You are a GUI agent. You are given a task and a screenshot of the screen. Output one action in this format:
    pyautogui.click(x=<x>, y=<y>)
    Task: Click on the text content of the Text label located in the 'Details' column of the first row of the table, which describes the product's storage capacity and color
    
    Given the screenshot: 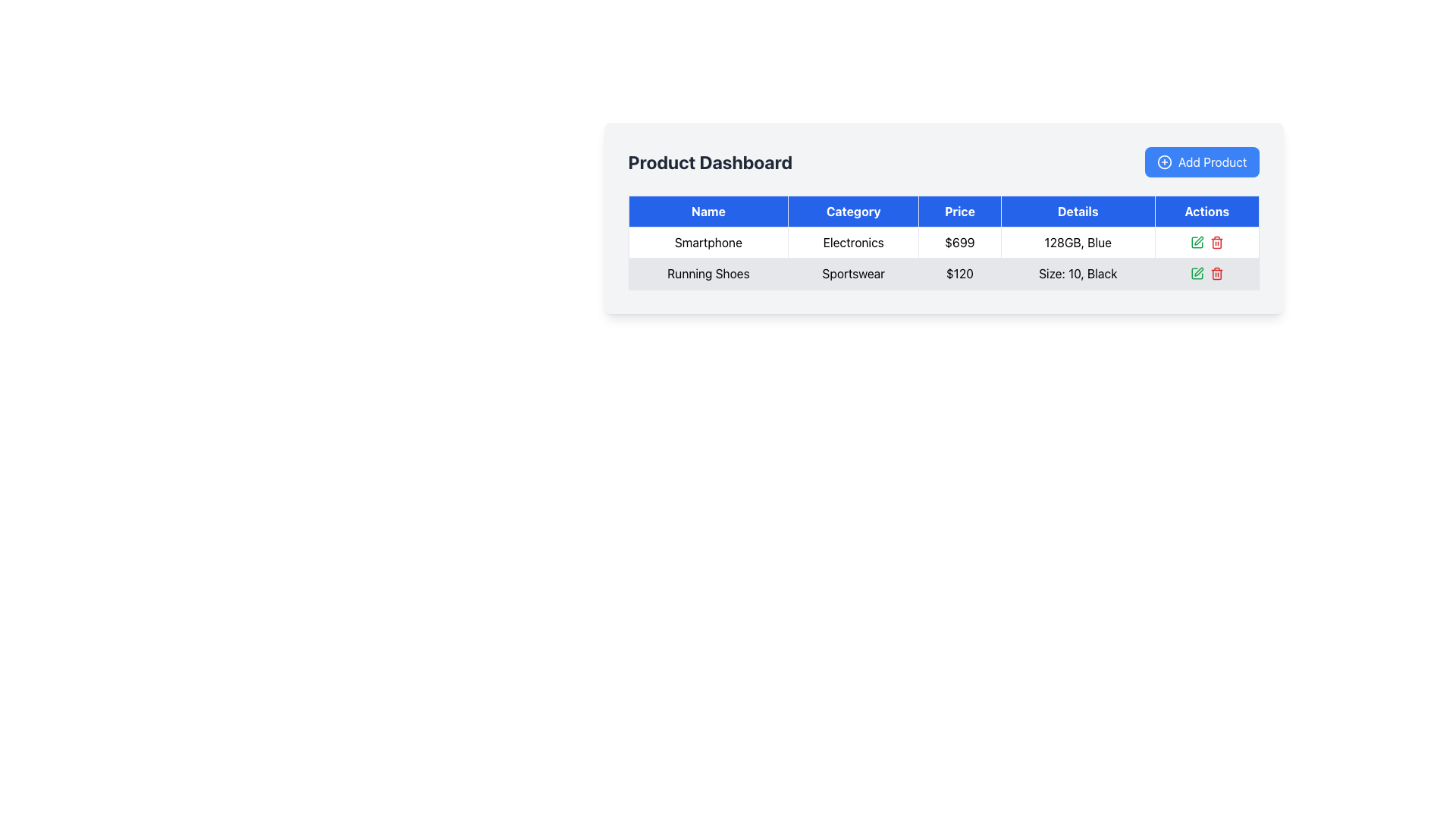 What is the action you would take?
    pyautogui.click(x=1077, y=242)
    